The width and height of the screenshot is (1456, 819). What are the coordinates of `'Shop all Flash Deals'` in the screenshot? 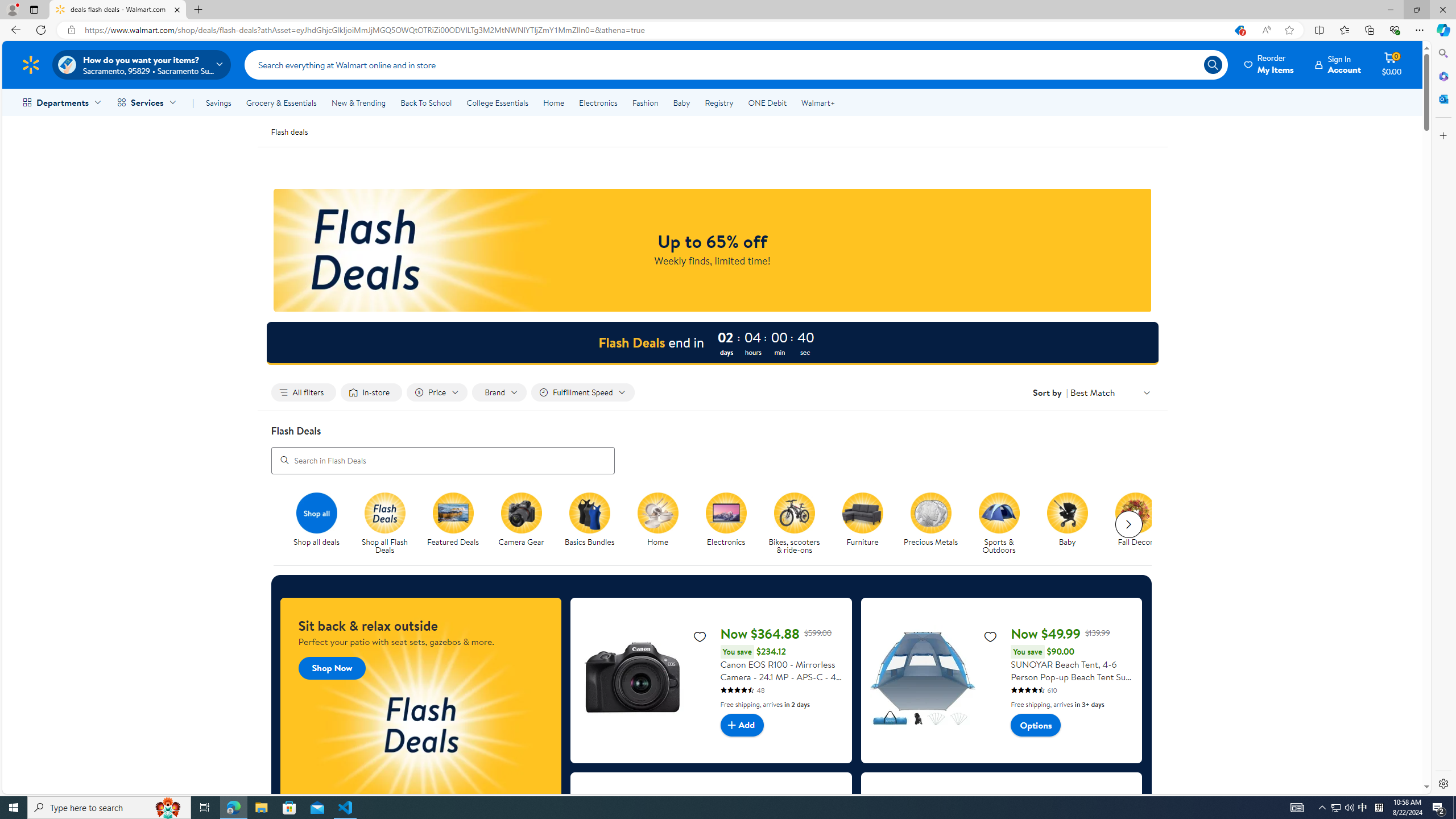 It's located at (389, 523).